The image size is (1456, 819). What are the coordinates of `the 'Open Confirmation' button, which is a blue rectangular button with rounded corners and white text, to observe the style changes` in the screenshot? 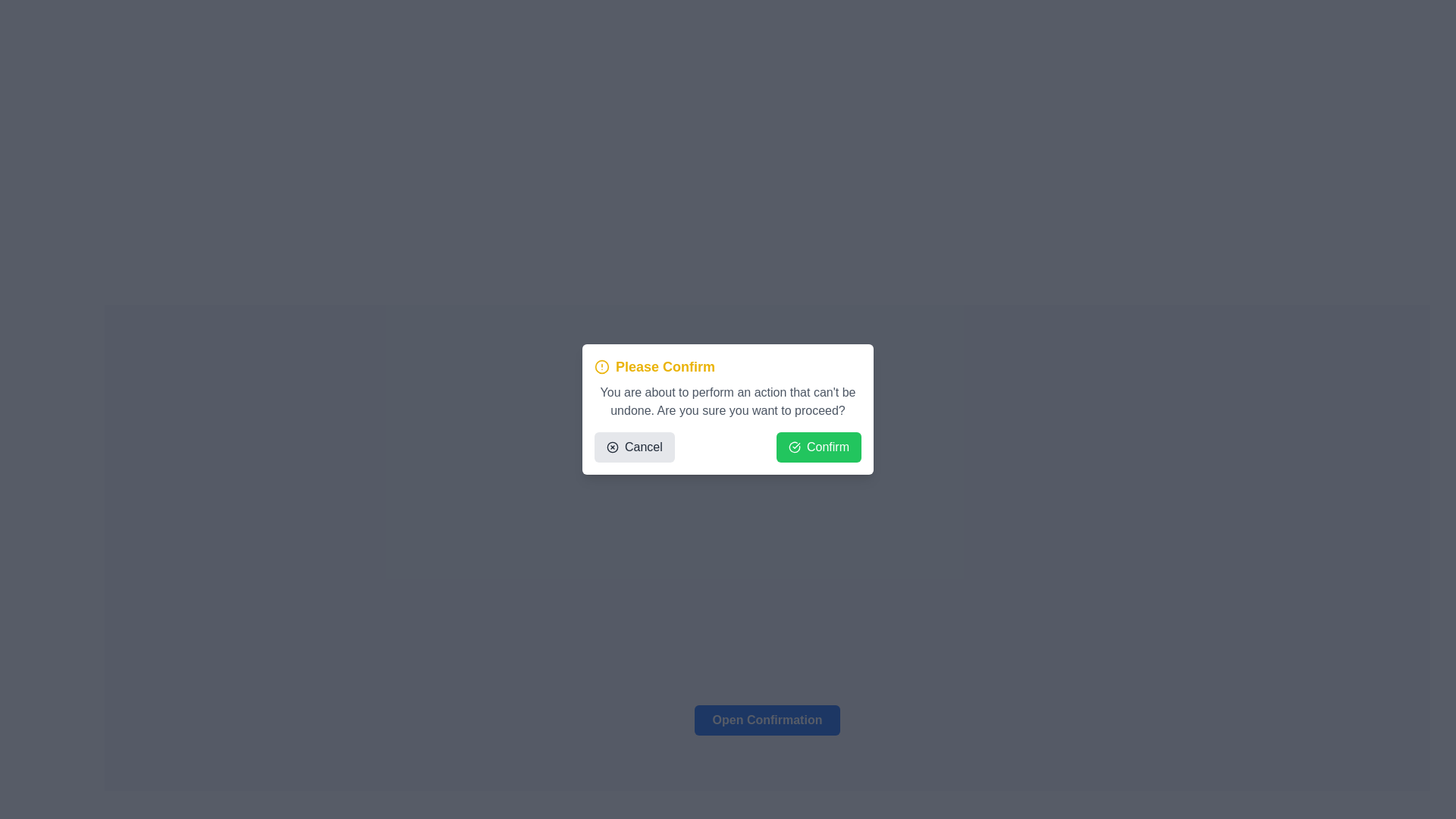 It's located at (767, 719).